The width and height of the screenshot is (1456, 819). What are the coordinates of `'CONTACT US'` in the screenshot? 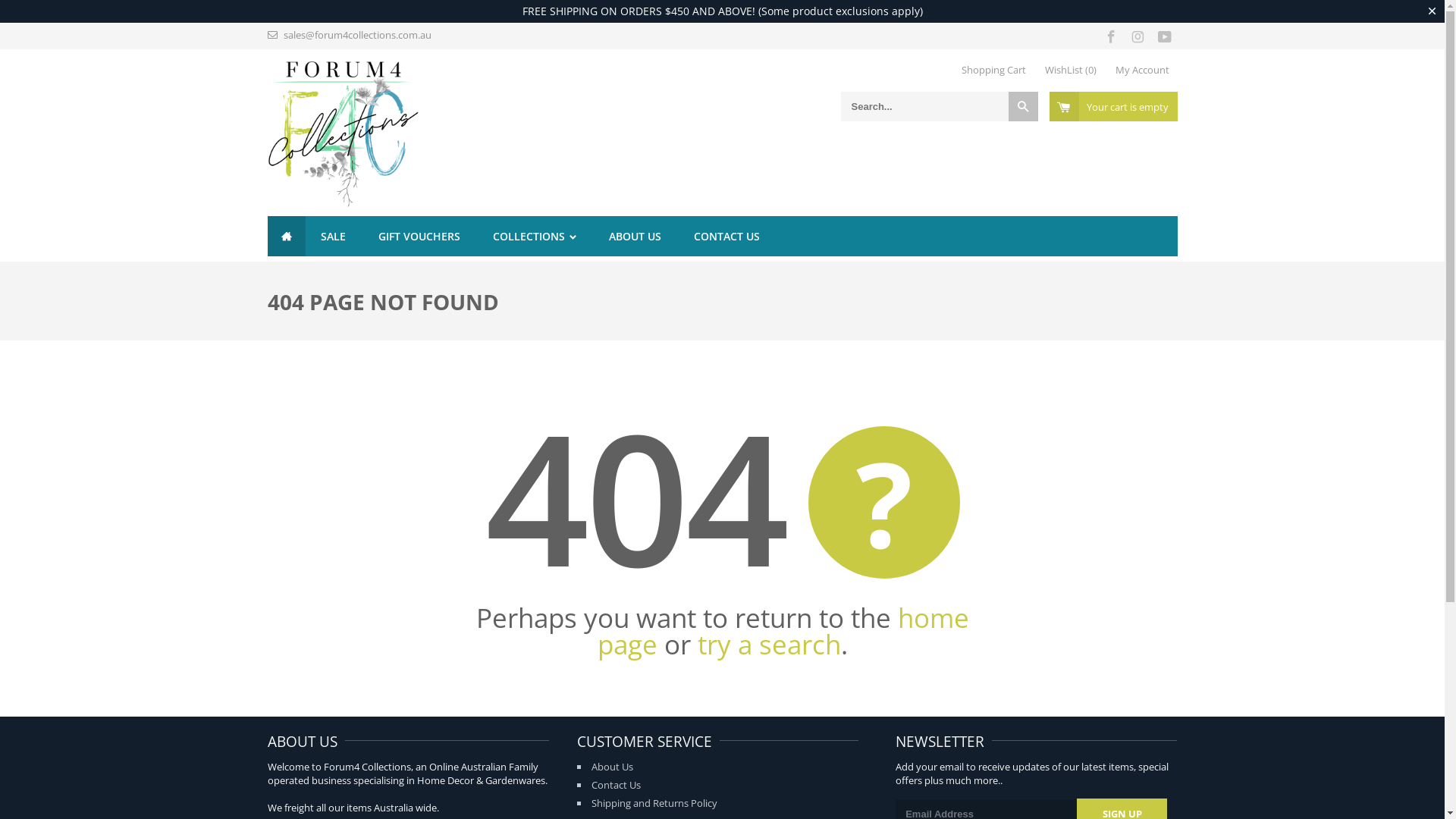 It's located at (677, 236).